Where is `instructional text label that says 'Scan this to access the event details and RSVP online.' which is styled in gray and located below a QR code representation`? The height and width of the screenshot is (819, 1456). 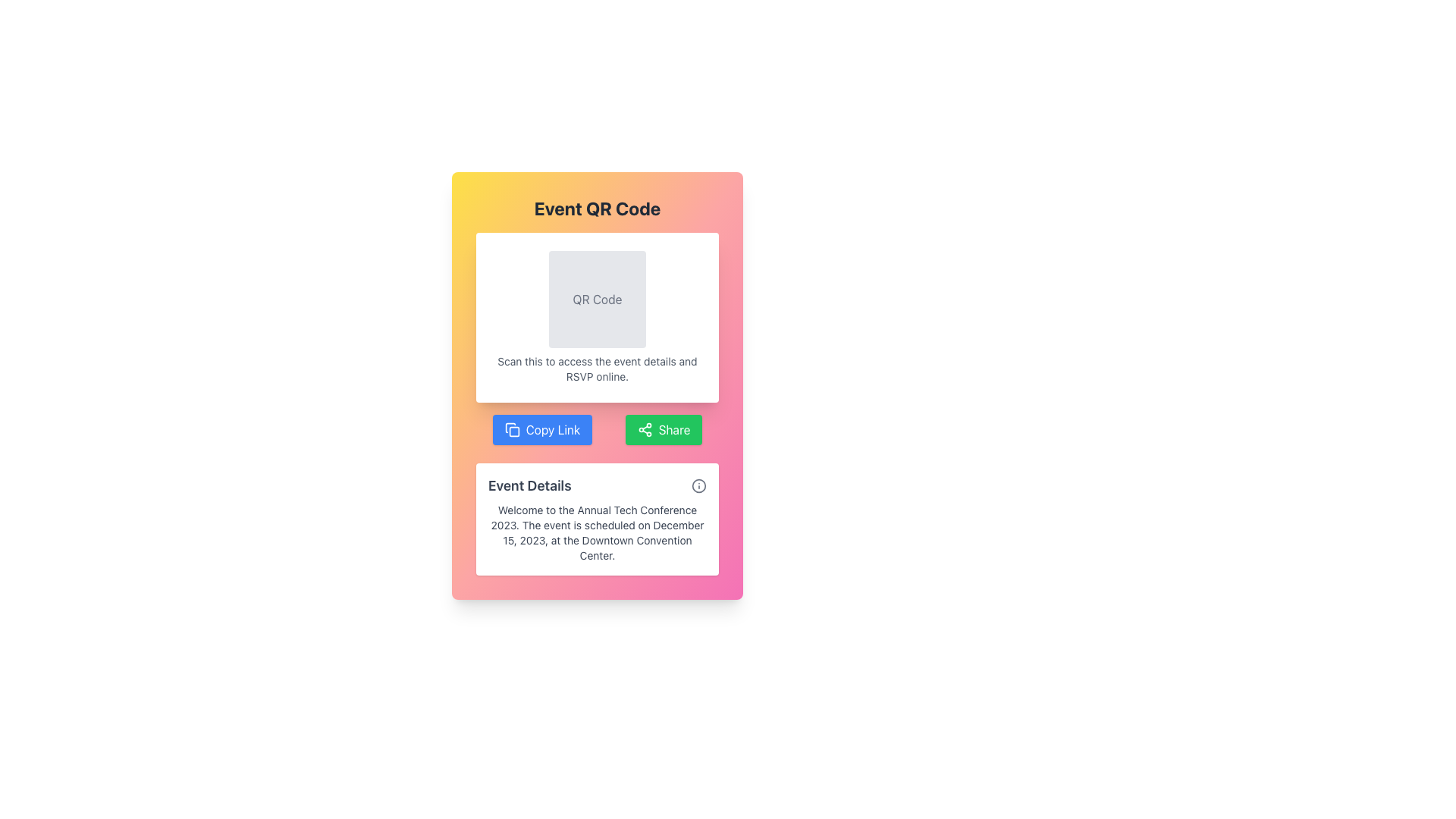 instructional text label that says 'Scan this to access the event details and RSVP online.' which is styled in gray and located below a QR code representation is located at coordinates (596, 369).